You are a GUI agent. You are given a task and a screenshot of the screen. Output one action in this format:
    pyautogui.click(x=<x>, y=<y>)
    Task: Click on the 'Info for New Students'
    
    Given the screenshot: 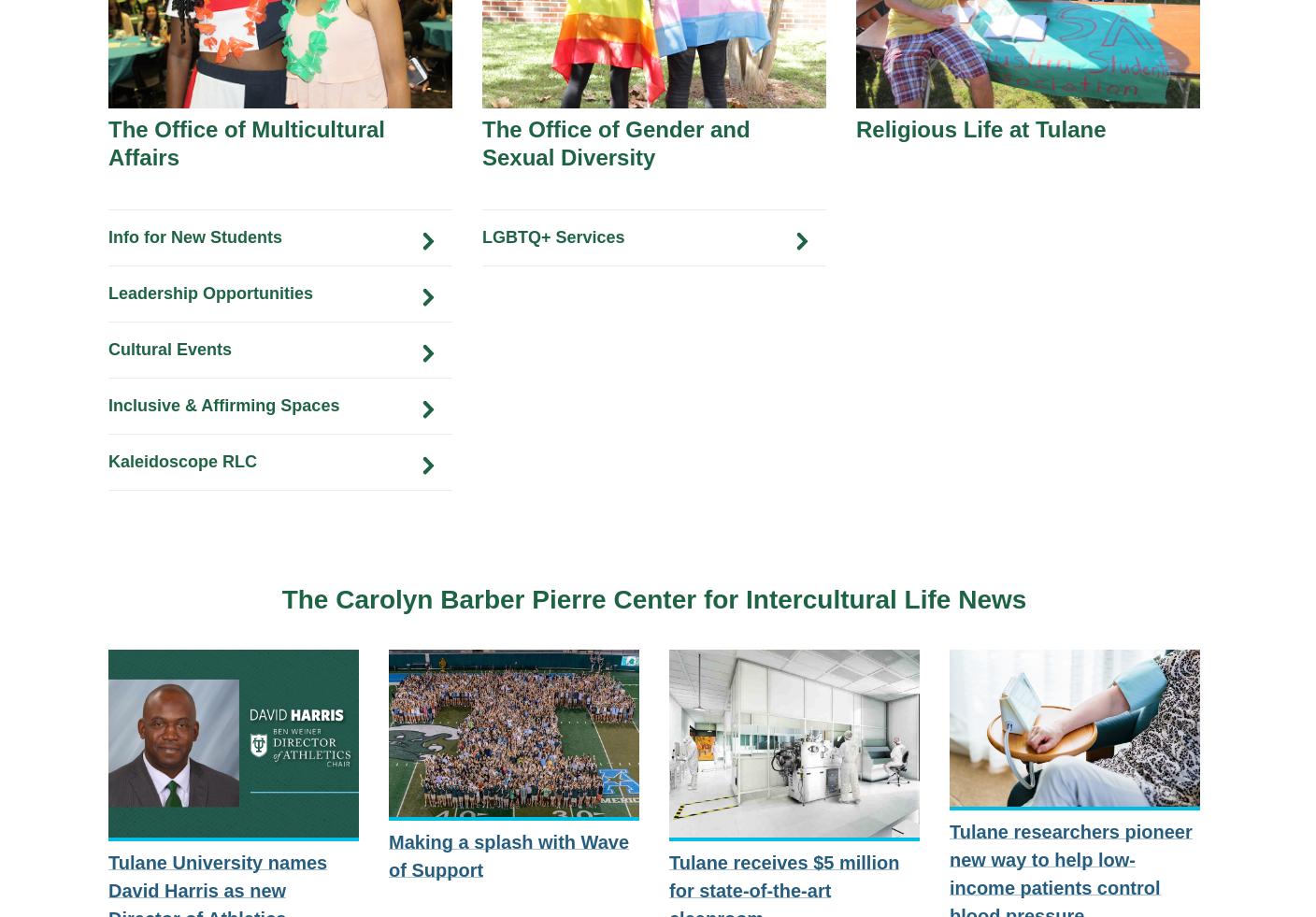 What is the action you would take?
    pyautogui.click(x=193, y=235)
    